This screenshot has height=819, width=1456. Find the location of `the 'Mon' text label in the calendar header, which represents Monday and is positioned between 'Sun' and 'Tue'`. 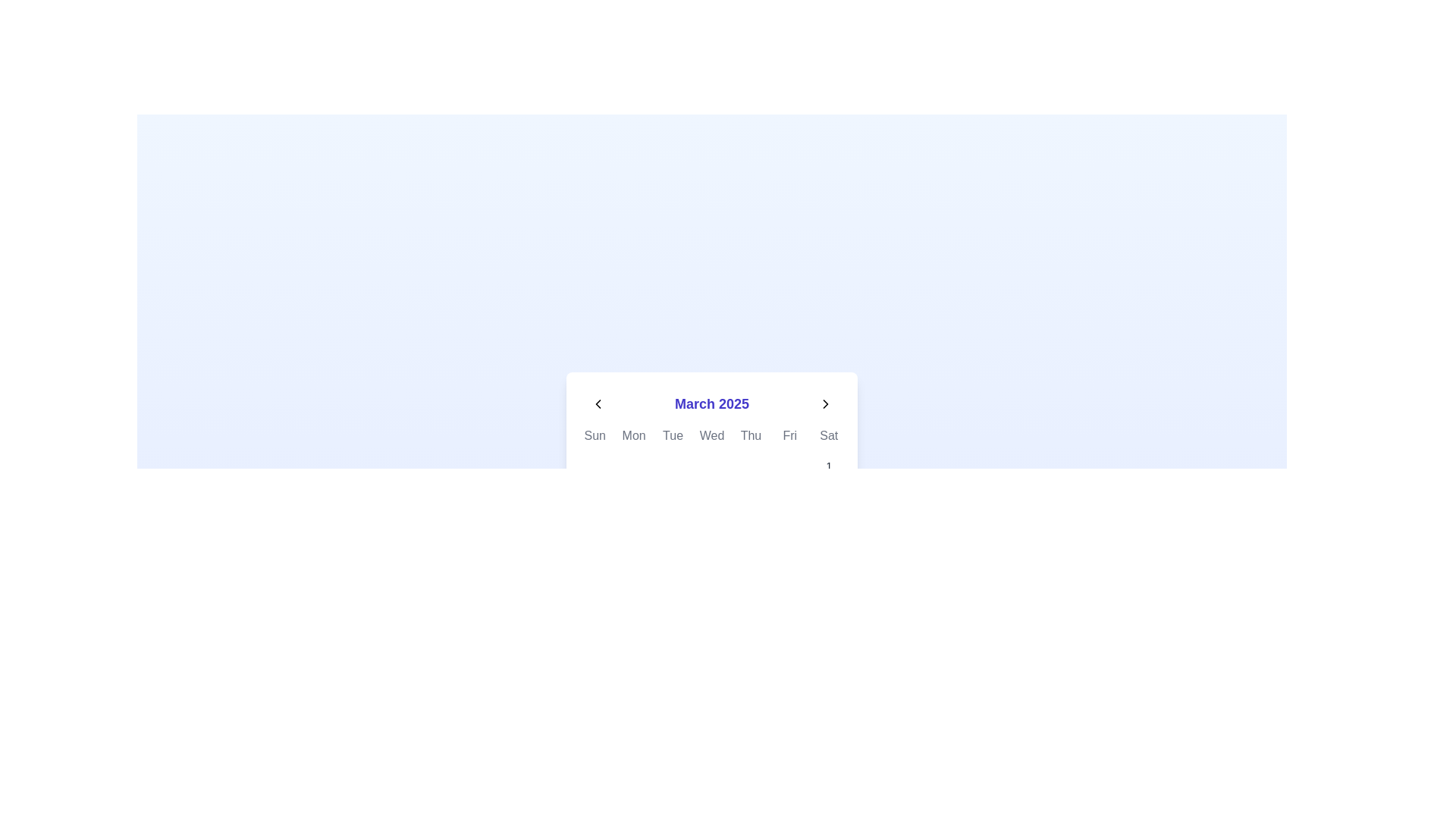

the 'Mon' text label in the calendar header, which represents Monday and is positioned between 'Sun' and 'Tue' is located at coordinates (634, 435).